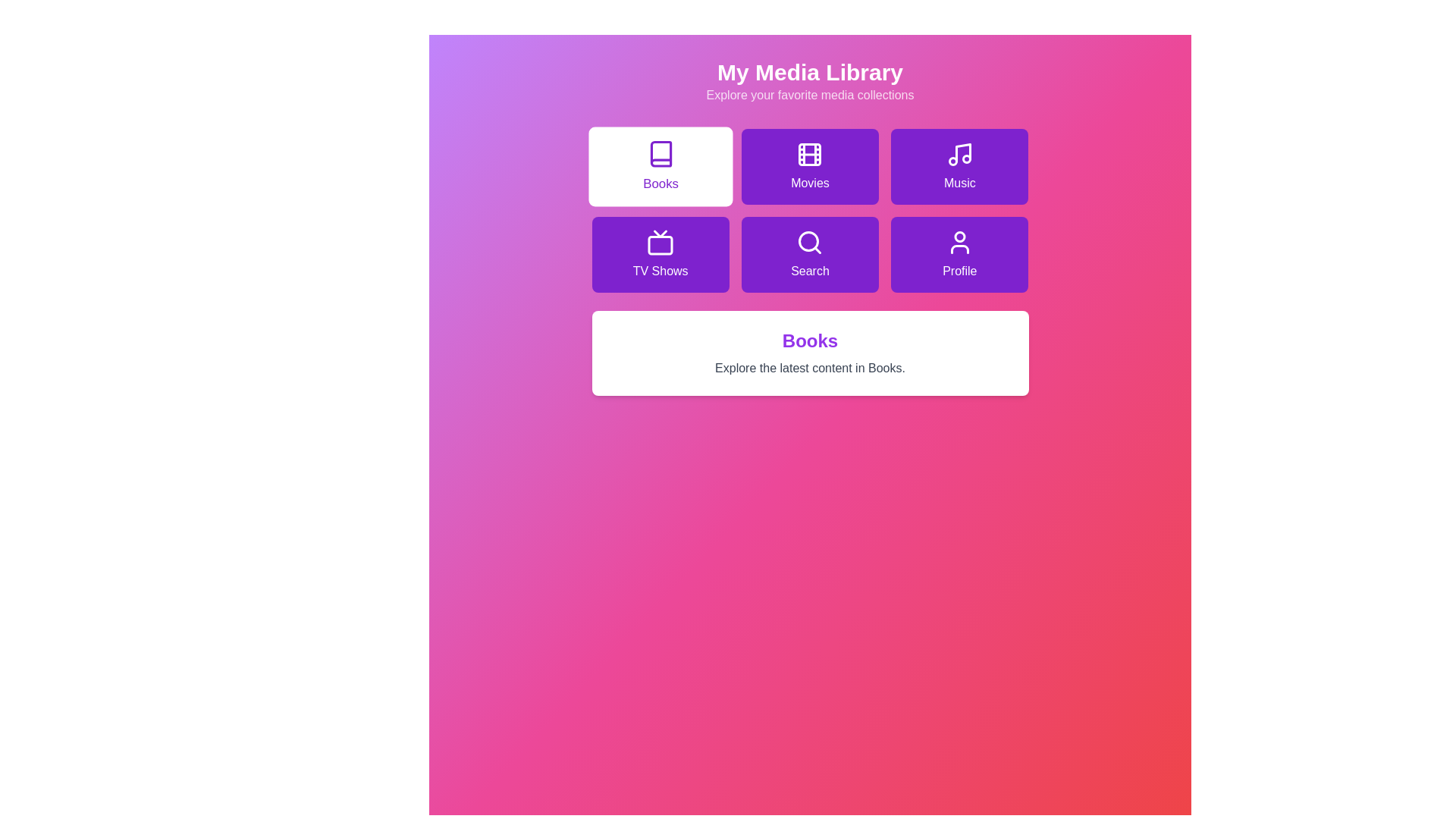  Describe the element at coordinates (661, 154) in the screenshot. I see `the stylized book icon representing the 'Books' category located in the upper left section of the grid interface` at that location.